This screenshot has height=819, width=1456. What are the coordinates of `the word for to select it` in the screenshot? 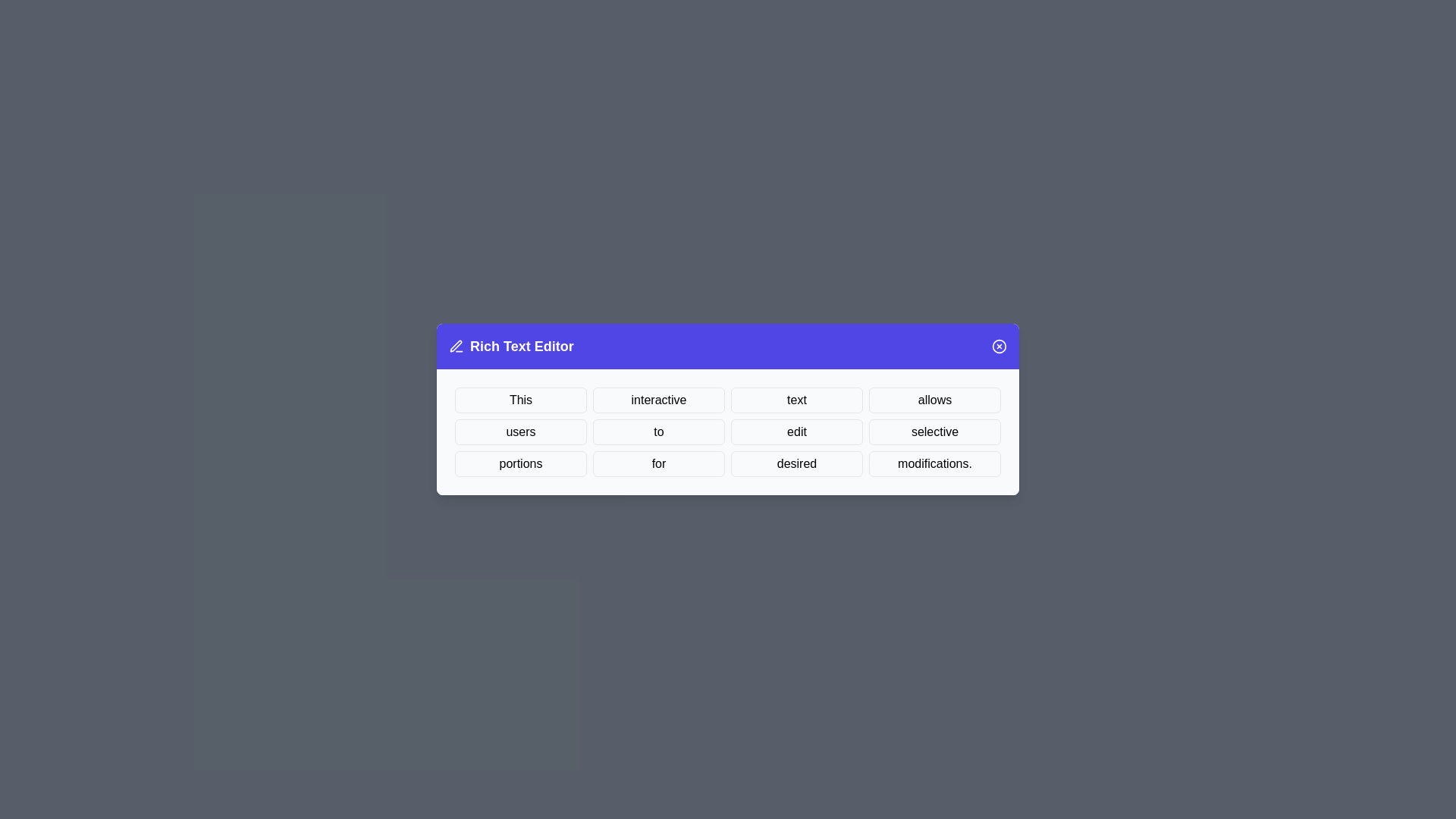 It's located at (658, 463).